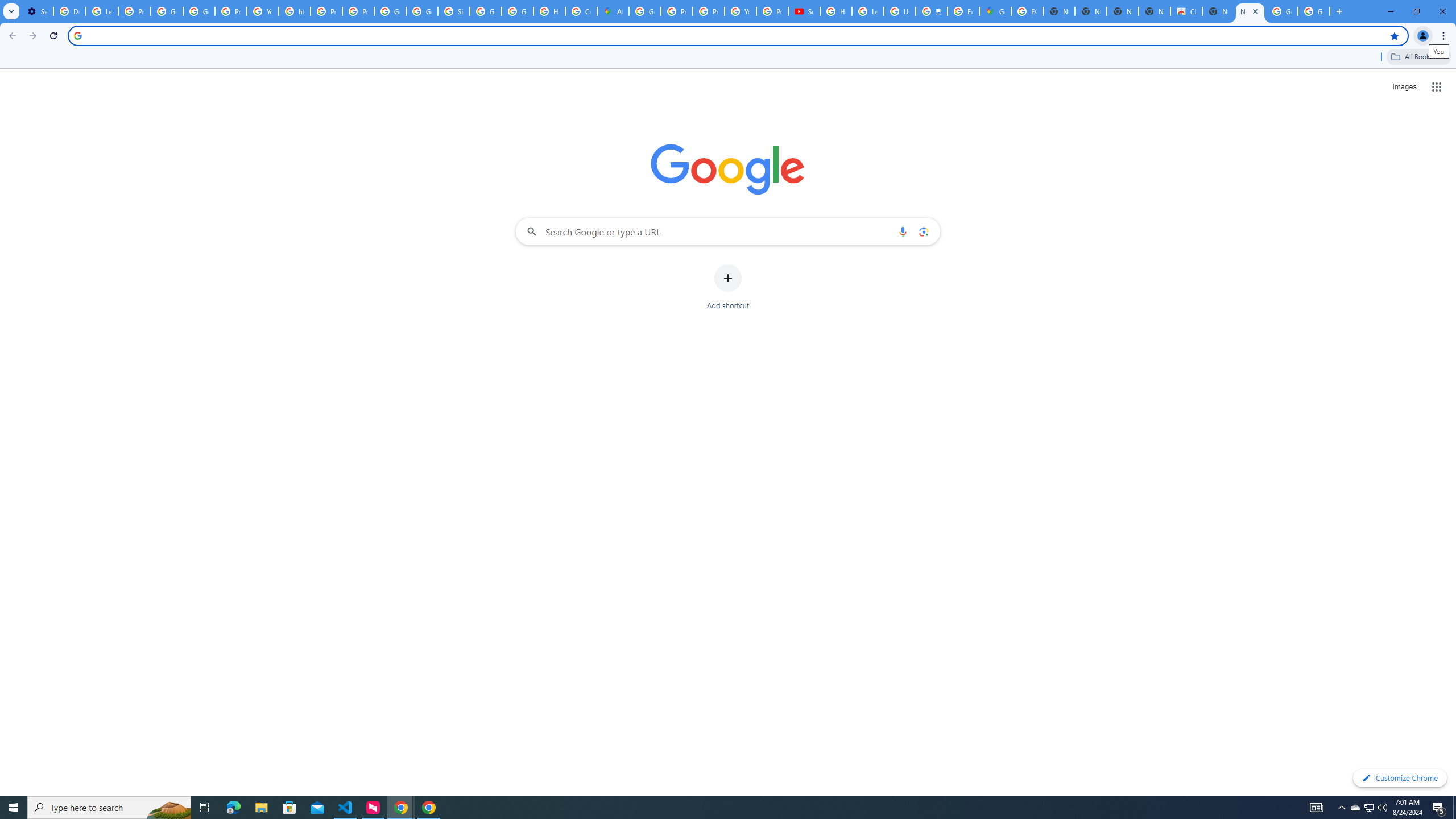 The height and width of the screenshot is (819, 1456). What do you see at coordinates (962, 11) in the screenshot?
I see `'Explore new street-level details - Google Maps Help'` at bounding box center [962, 11].